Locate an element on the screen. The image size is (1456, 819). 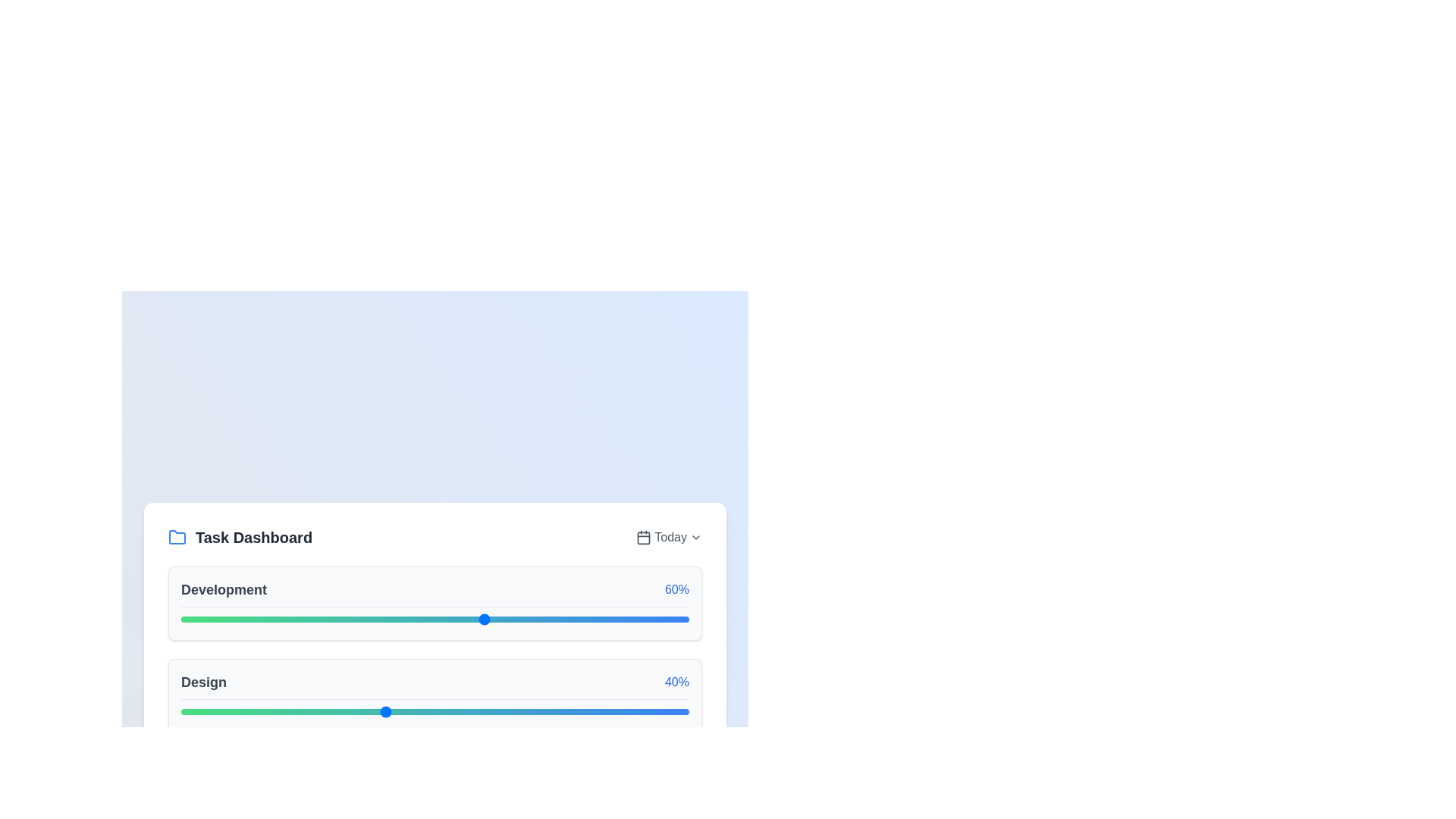
the slider value is located at coordinates (404, 803).